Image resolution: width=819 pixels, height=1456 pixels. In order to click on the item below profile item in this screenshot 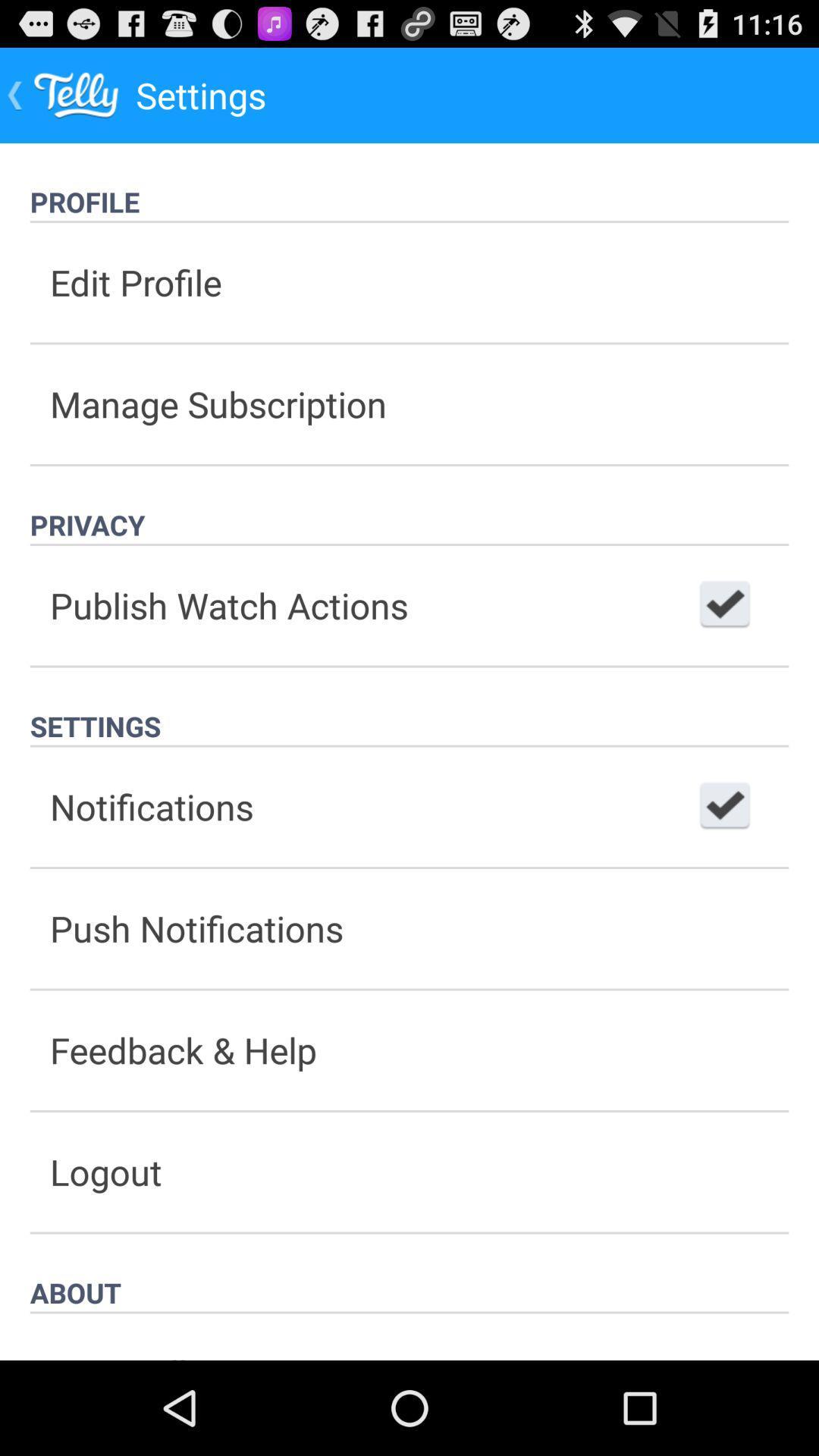, I will do `click(409, 282)`.